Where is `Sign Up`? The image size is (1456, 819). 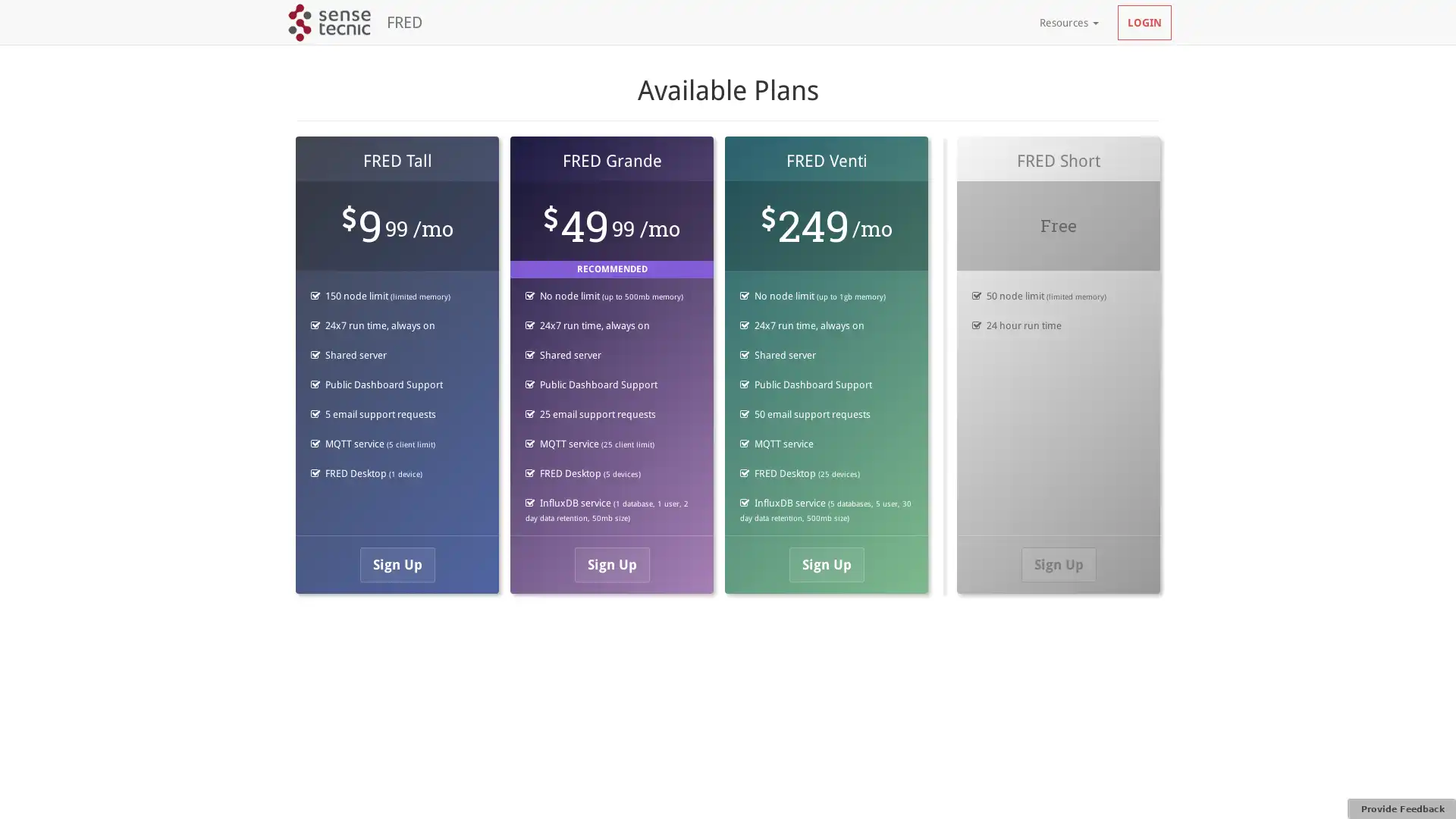
Sign Up is located at coordinates (611, 564).